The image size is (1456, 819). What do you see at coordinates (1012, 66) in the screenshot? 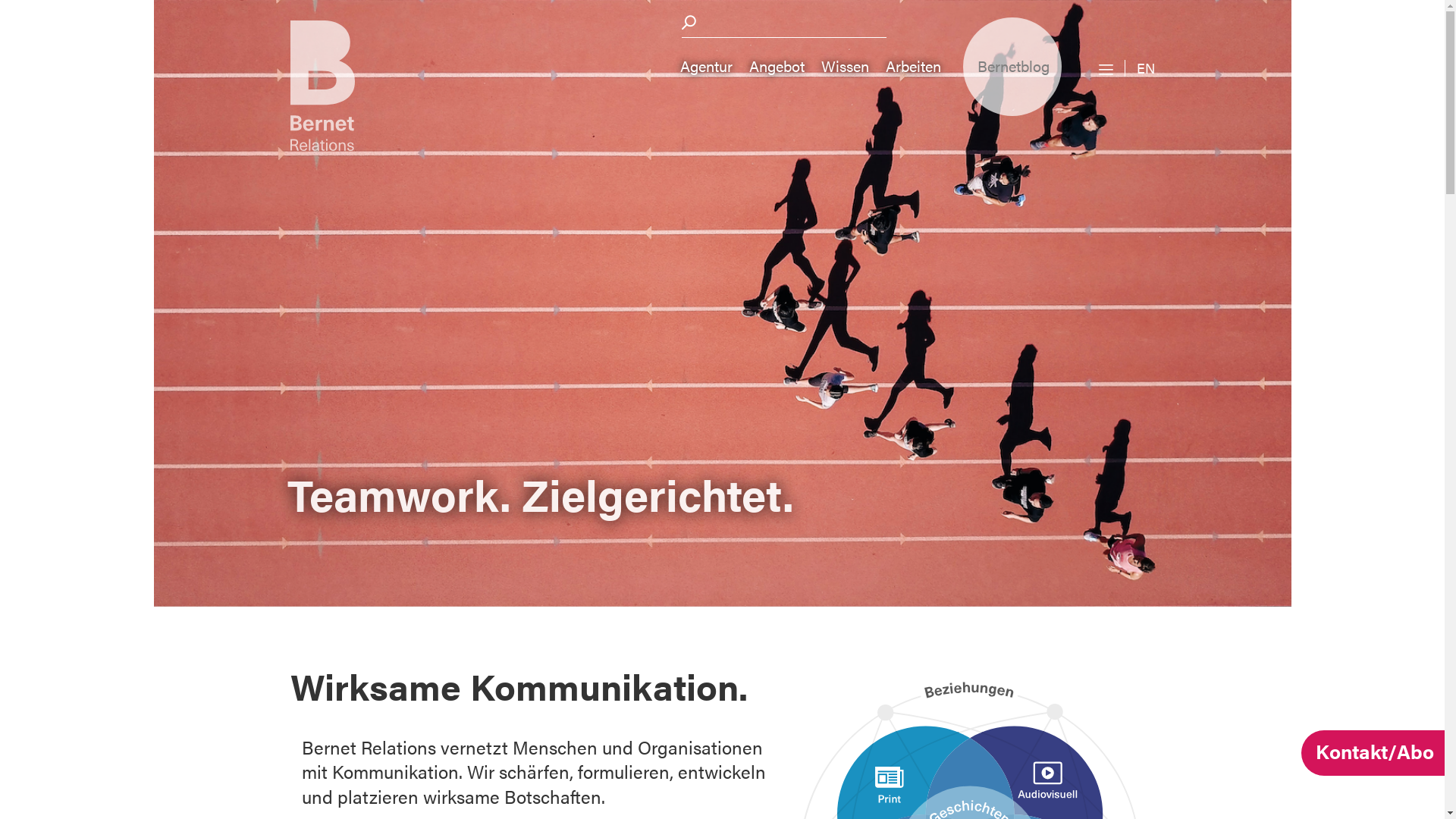
I see `'Bernetblog'` at bounding box center [1012, 66].